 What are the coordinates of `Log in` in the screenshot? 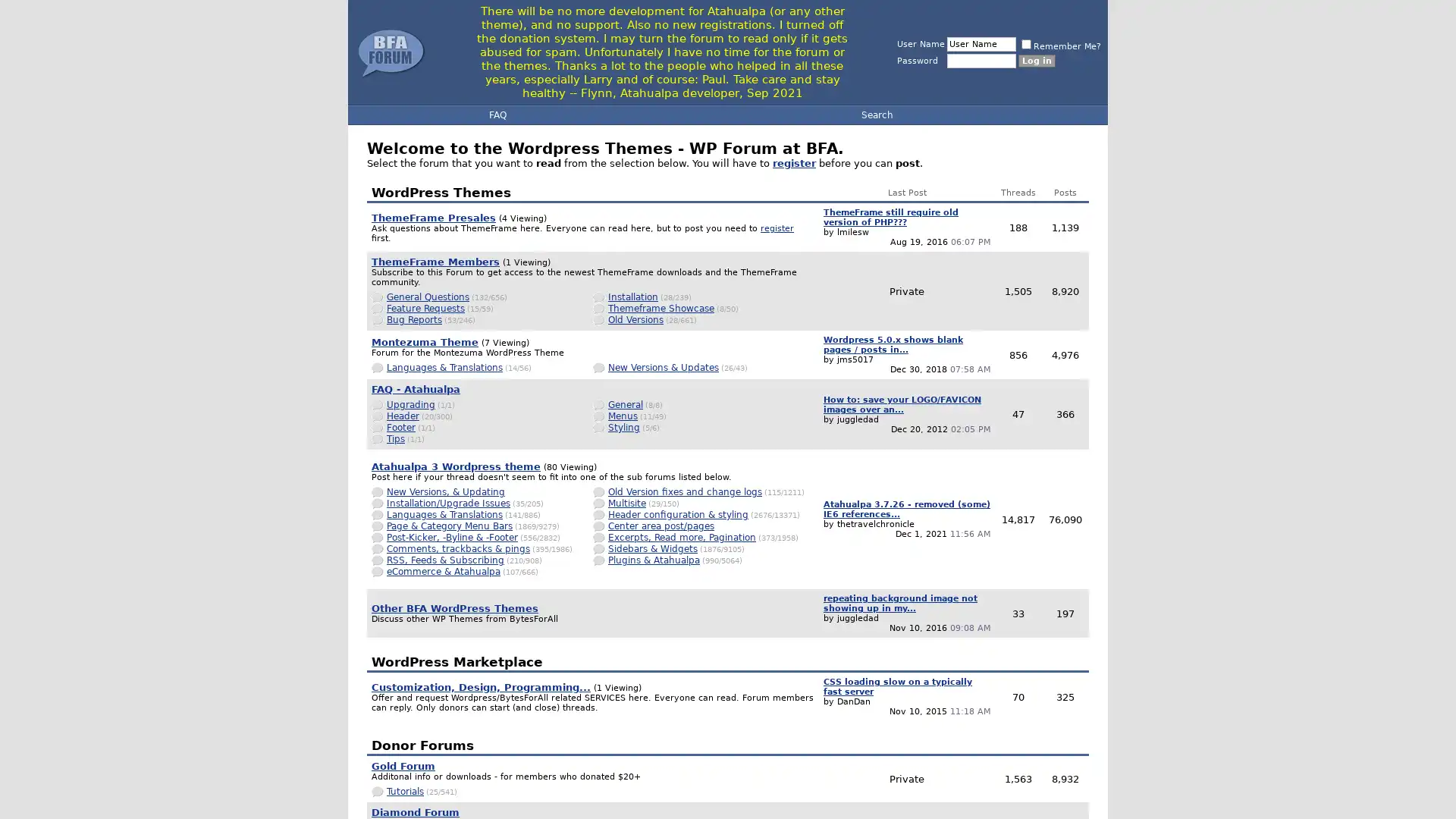 It's located at (1036, 59).